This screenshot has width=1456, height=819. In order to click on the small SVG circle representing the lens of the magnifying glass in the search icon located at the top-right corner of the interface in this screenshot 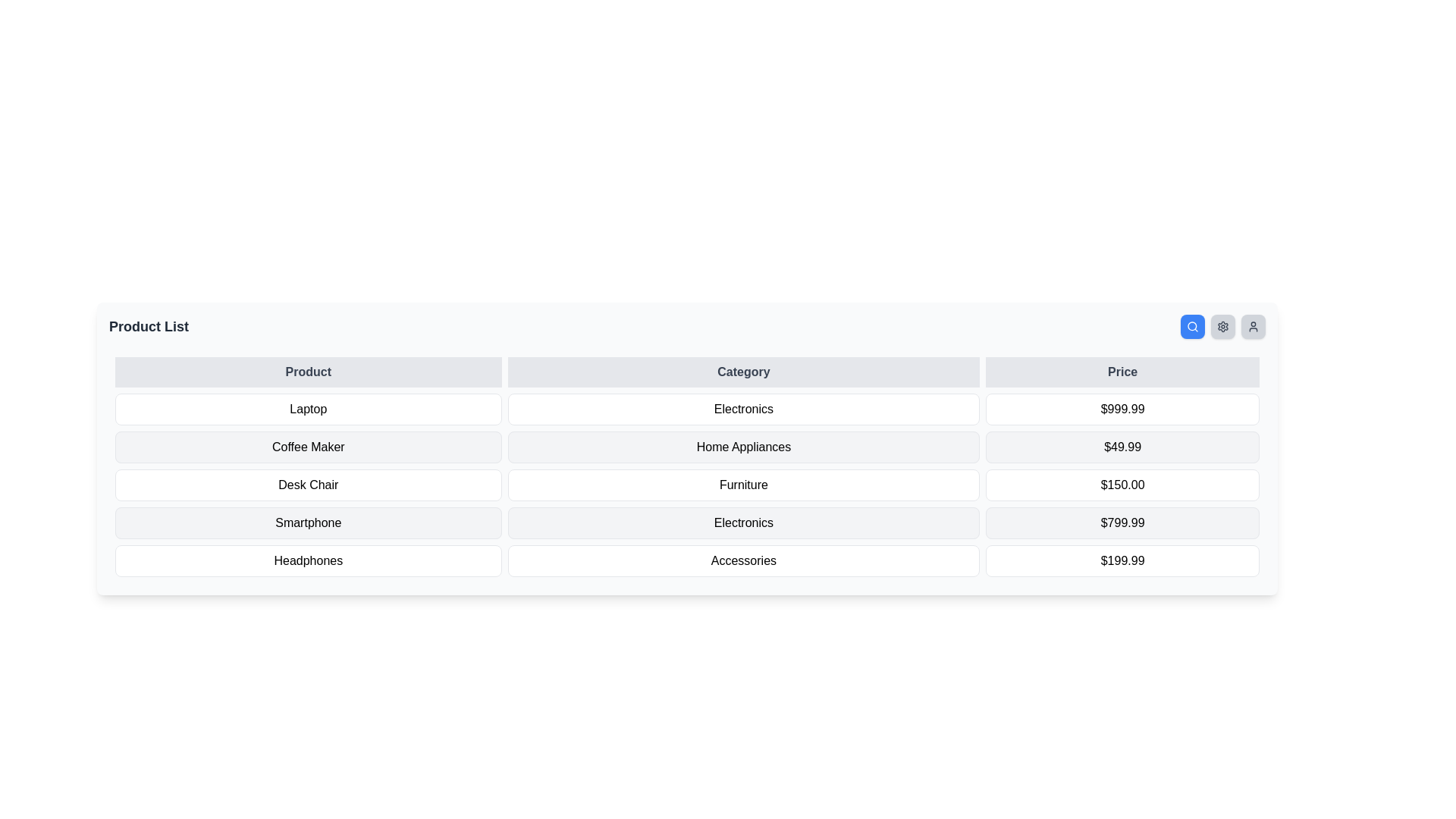, I will do `click(1191, 325)`.